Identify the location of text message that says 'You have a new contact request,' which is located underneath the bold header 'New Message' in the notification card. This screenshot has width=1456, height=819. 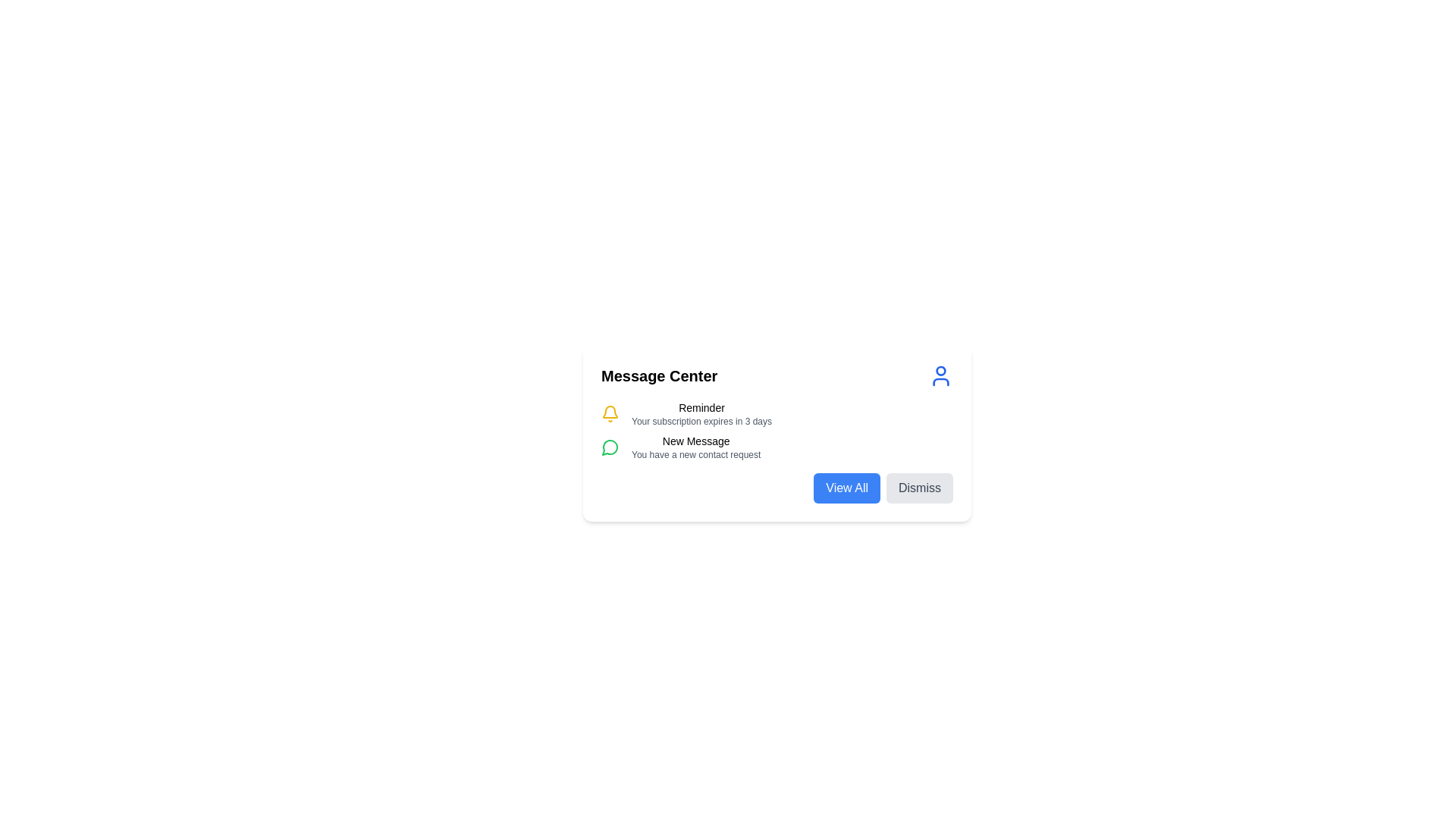
(695, 454).